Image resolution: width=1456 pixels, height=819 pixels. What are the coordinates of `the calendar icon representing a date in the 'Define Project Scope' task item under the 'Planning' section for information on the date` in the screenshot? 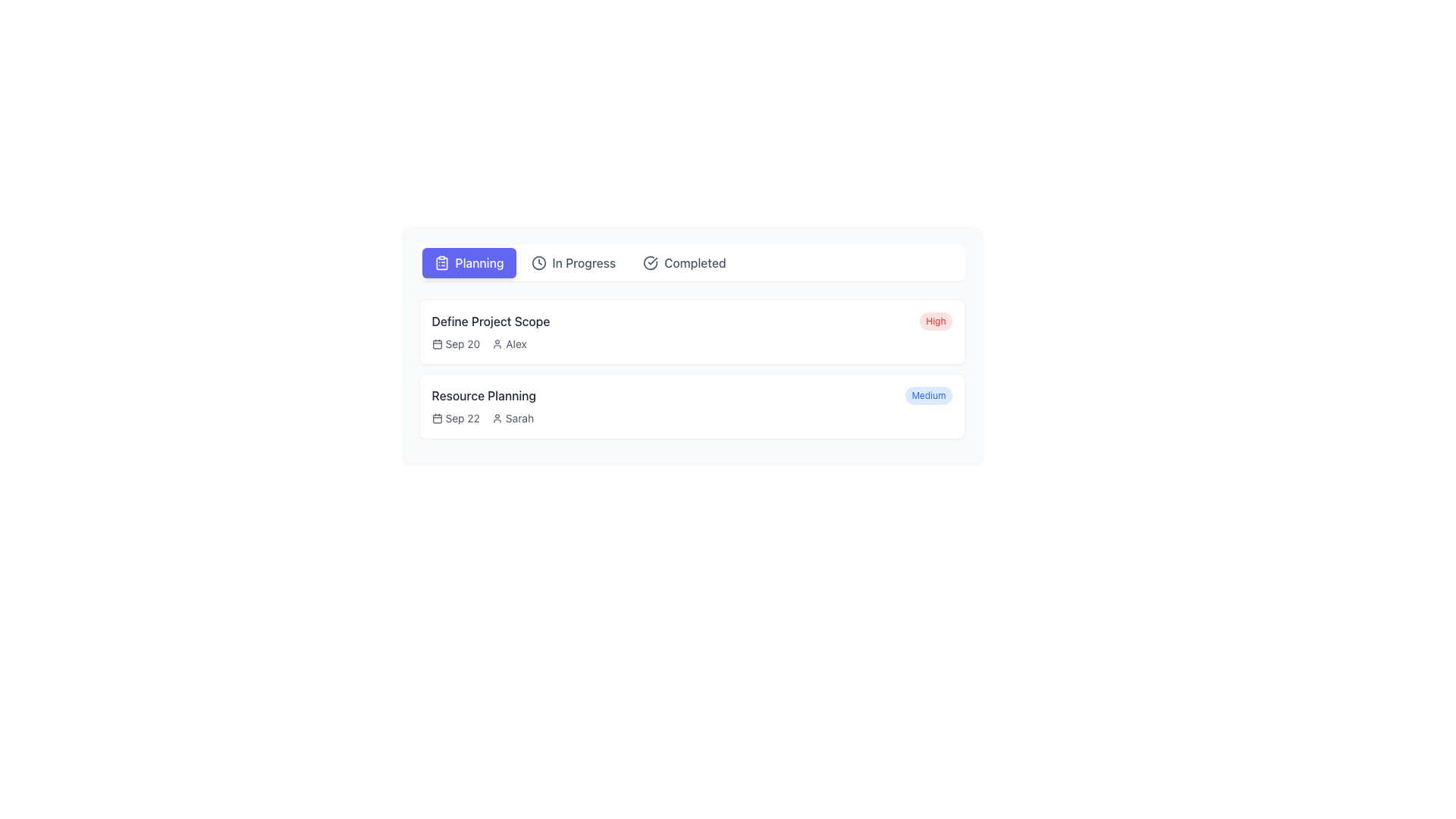 It's located at (436, 344).